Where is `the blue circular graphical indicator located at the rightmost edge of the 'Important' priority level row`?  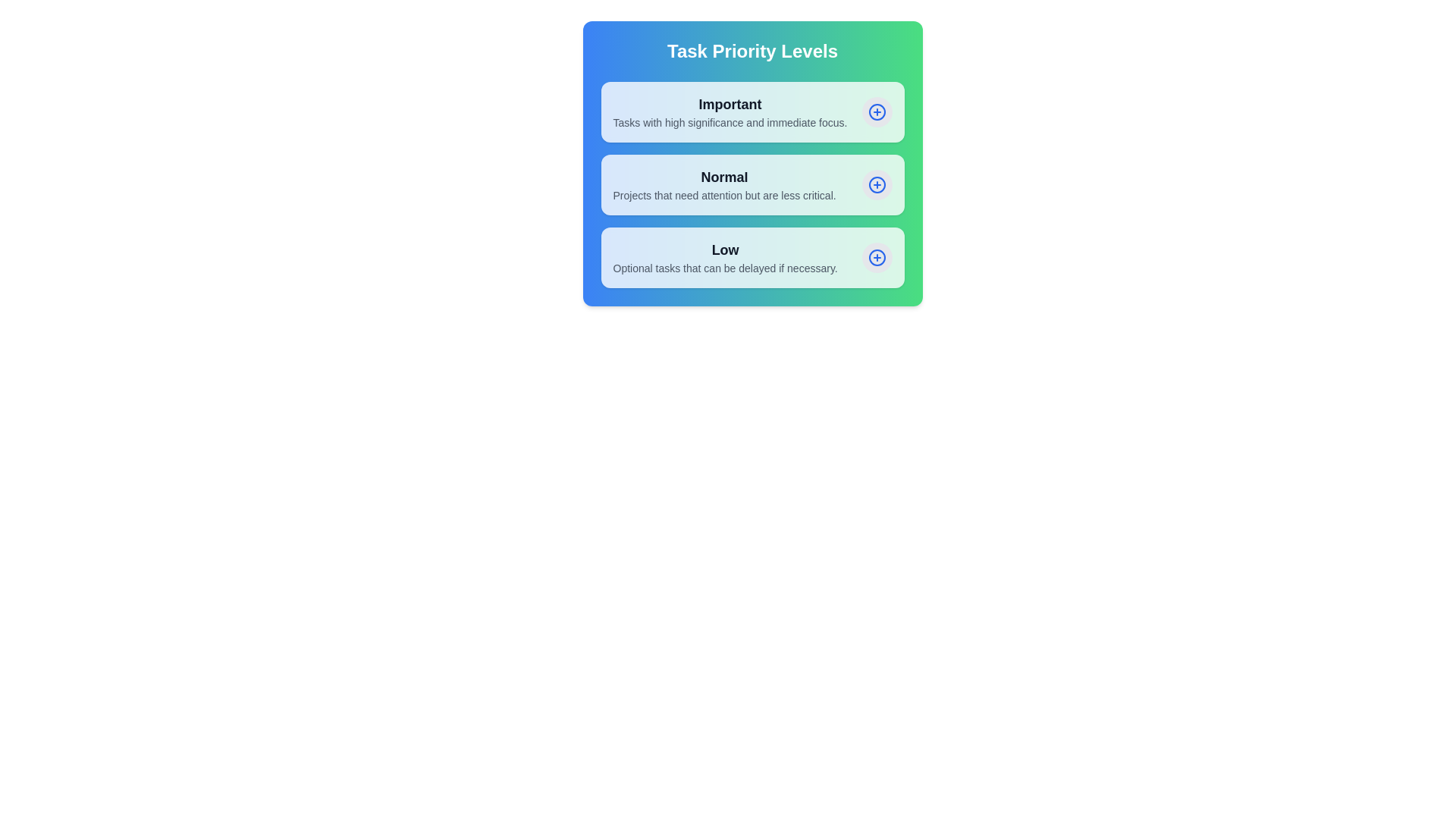 the blue circular graphical indicator located at the rightmost edge of the 'Important' priority level row is located at coordinates (877, 111).